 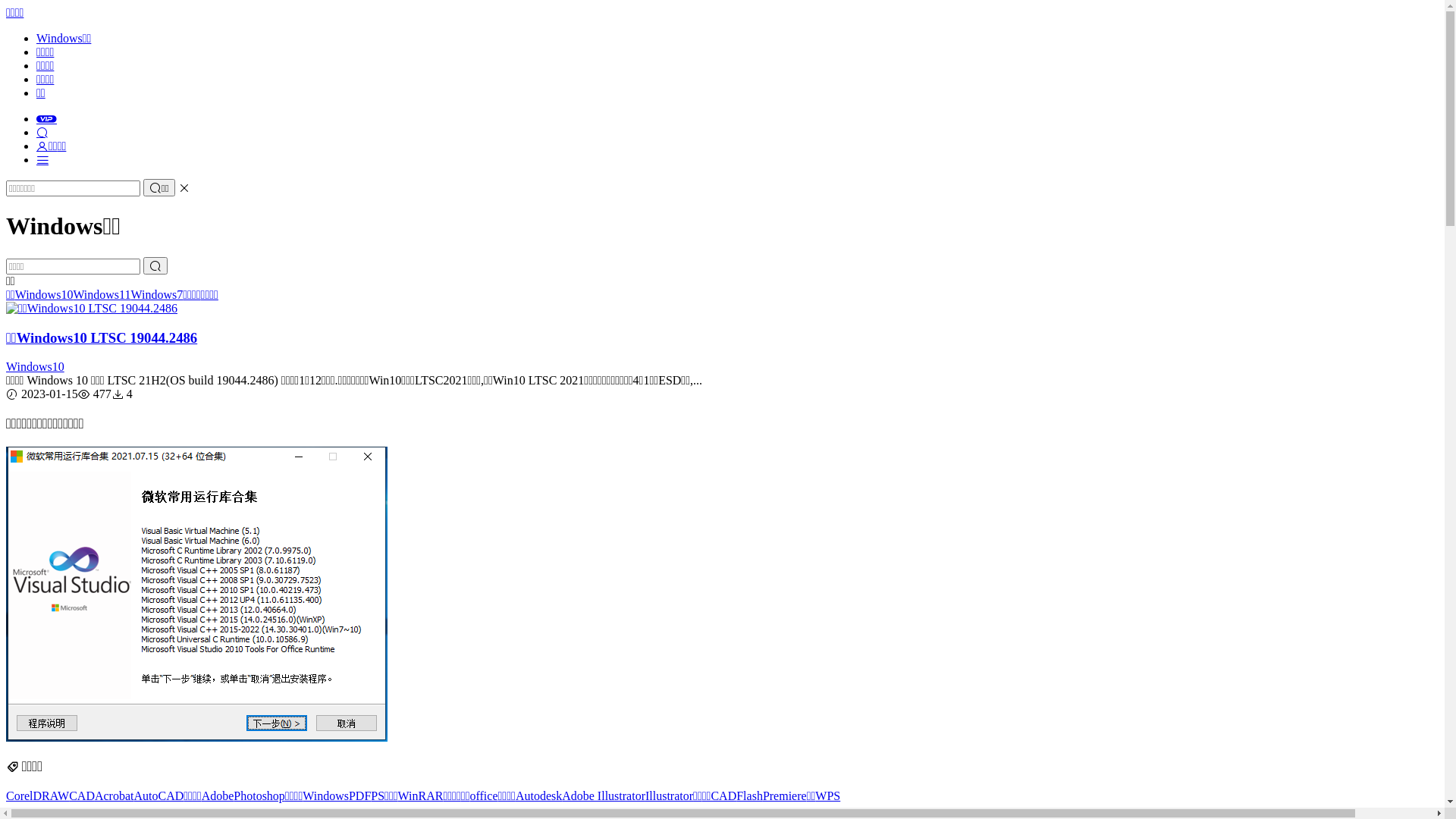 I want to click on 'PDF', so click(x=359, y=795).